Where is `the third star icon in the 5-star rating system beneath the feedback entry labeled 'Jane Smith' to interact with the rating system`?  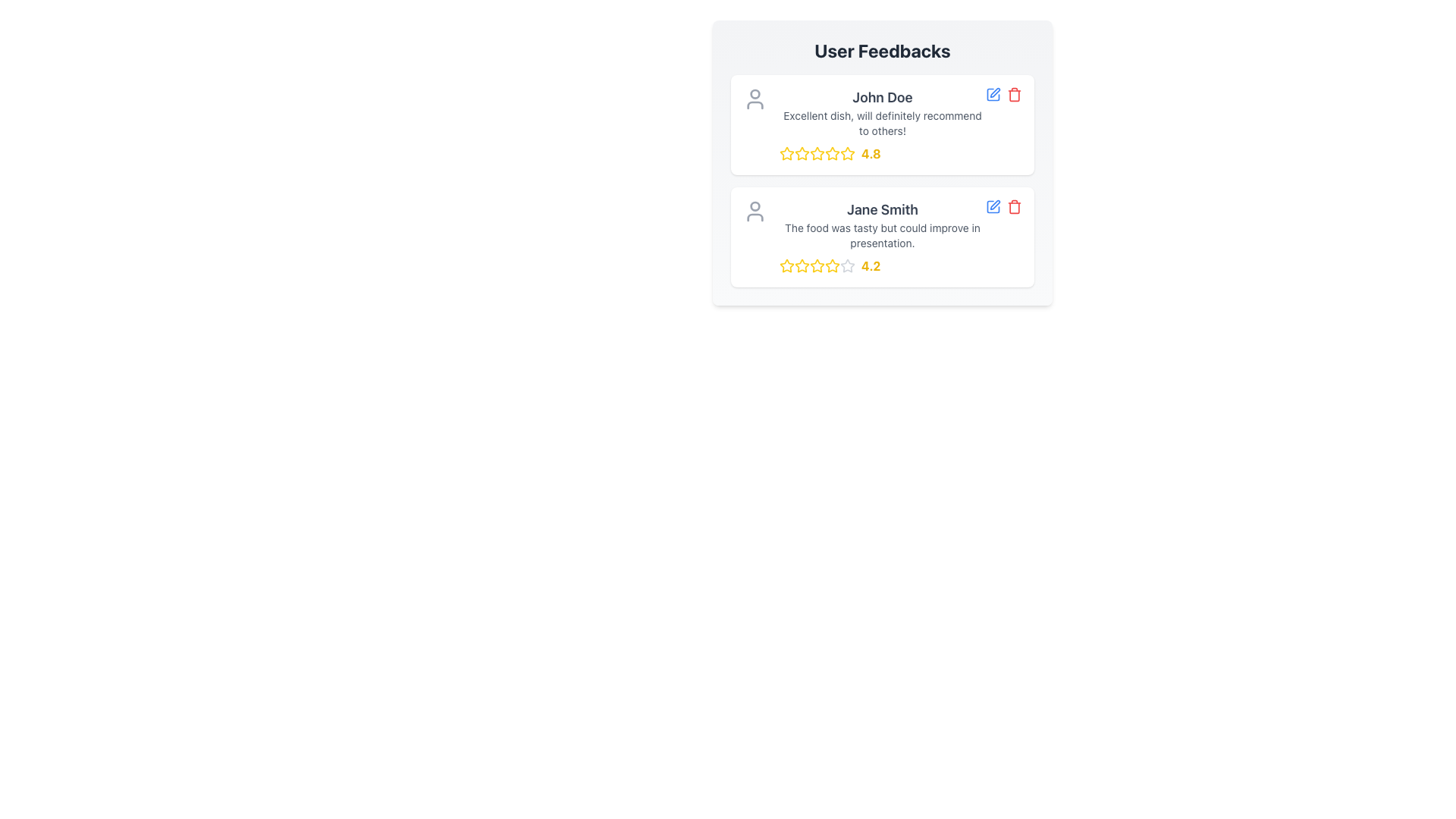
the third star icon in the 5-star rating system beneath the feedback entry labeled 'Jane Smith' to interact with the rating system is located at coordinates (801, 265).